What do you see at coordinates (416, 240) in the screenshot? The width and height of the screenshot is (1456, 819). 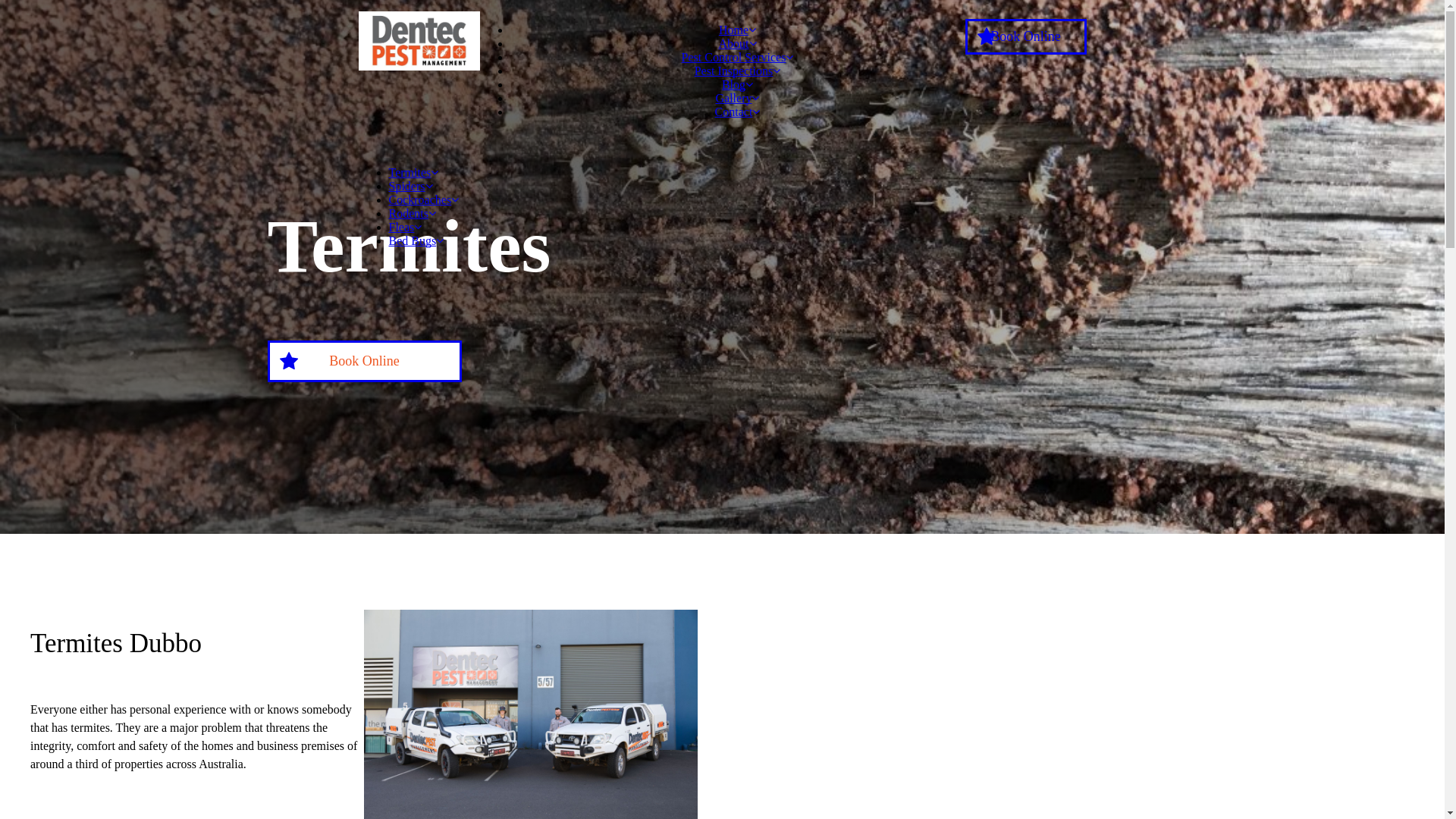 I see `'Bed Bugs'` at bounding box center [416, 240].